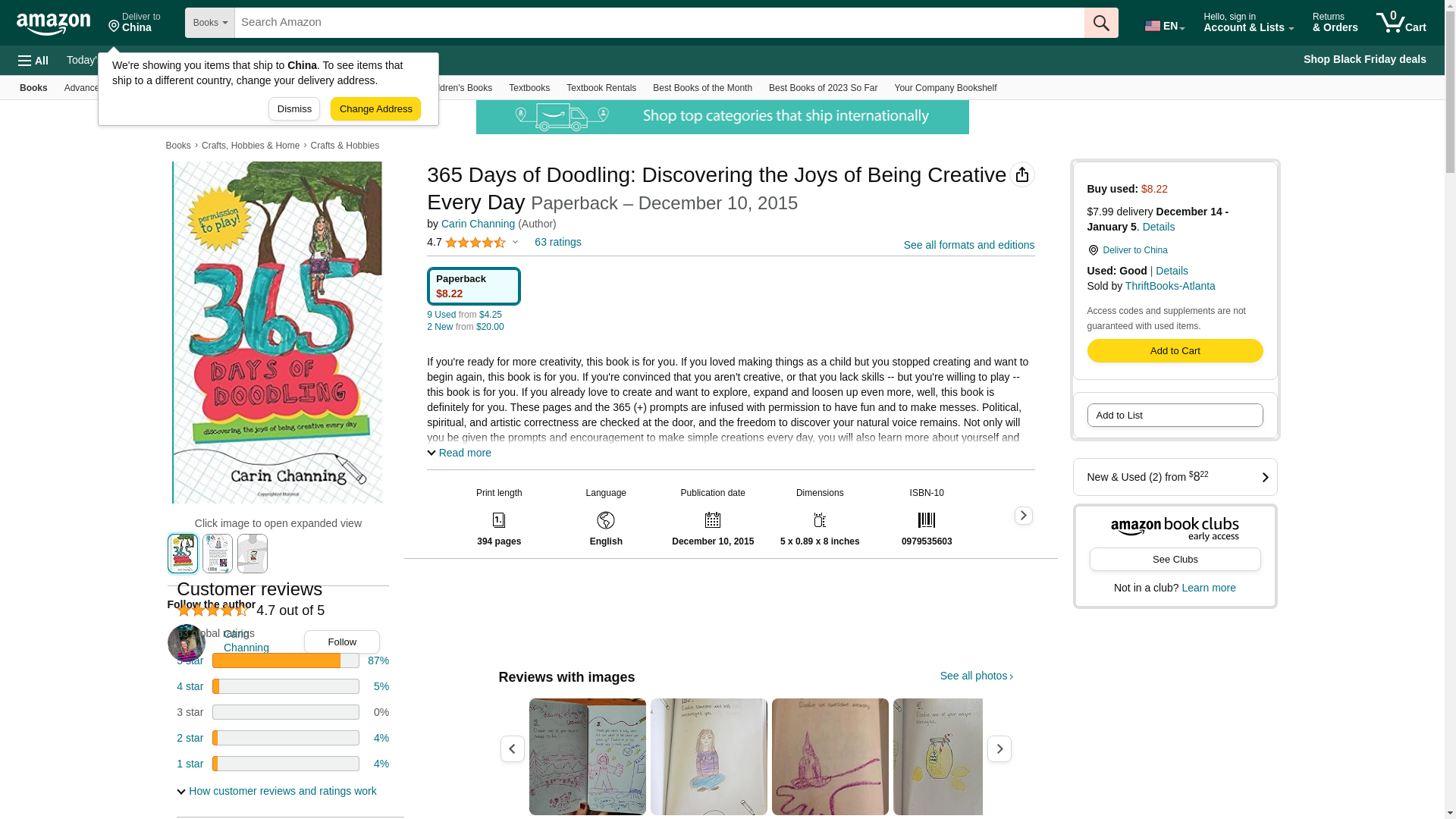 This screenshot has height=819, width=1456. What do you see at coordinates (1335, 23) in the screenshot?
I see `'Returns` at bounding box center [1335, 23].